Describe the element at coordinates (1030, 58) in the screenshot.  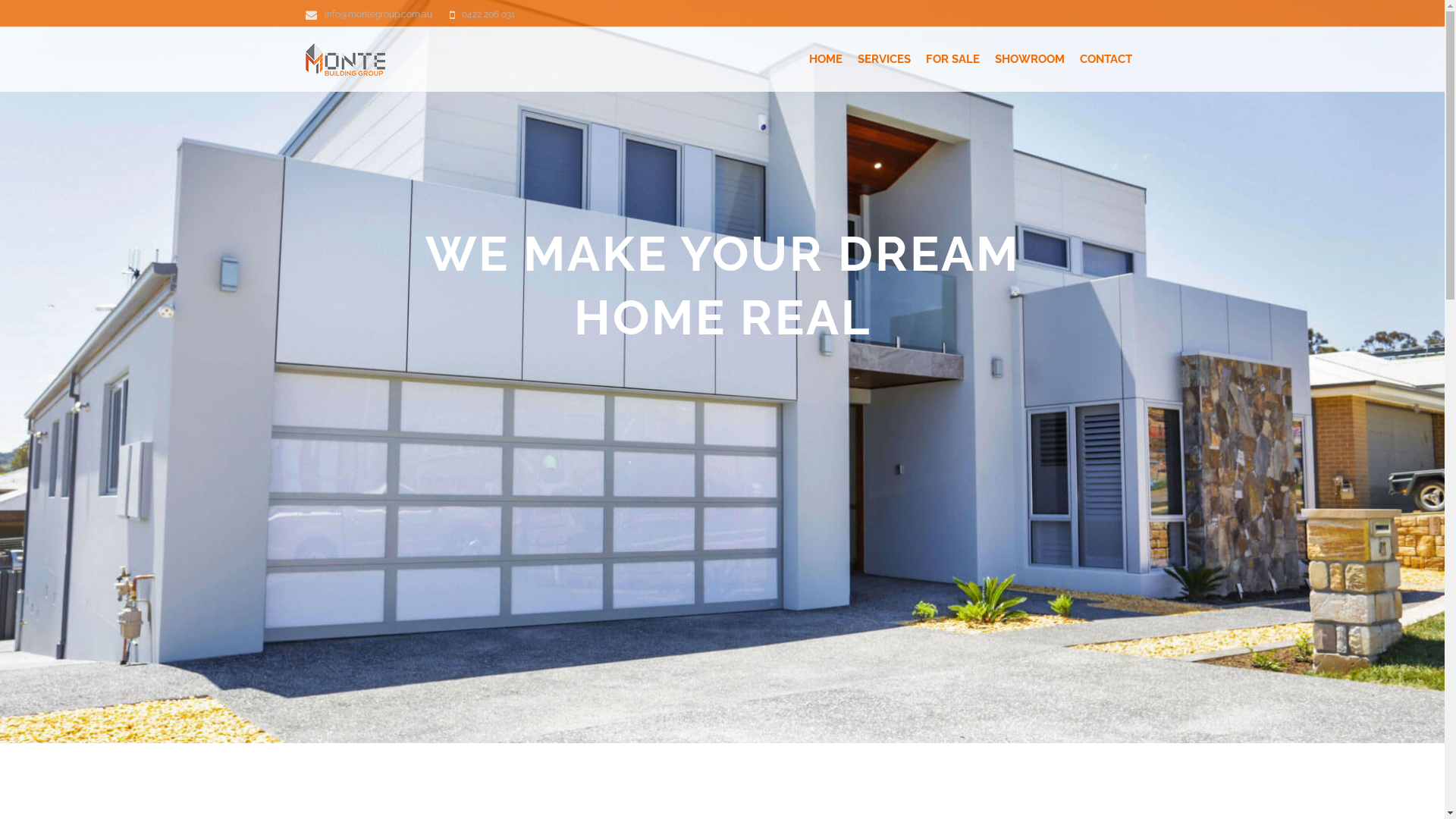
I see `'SHOWROOM'` at that location.